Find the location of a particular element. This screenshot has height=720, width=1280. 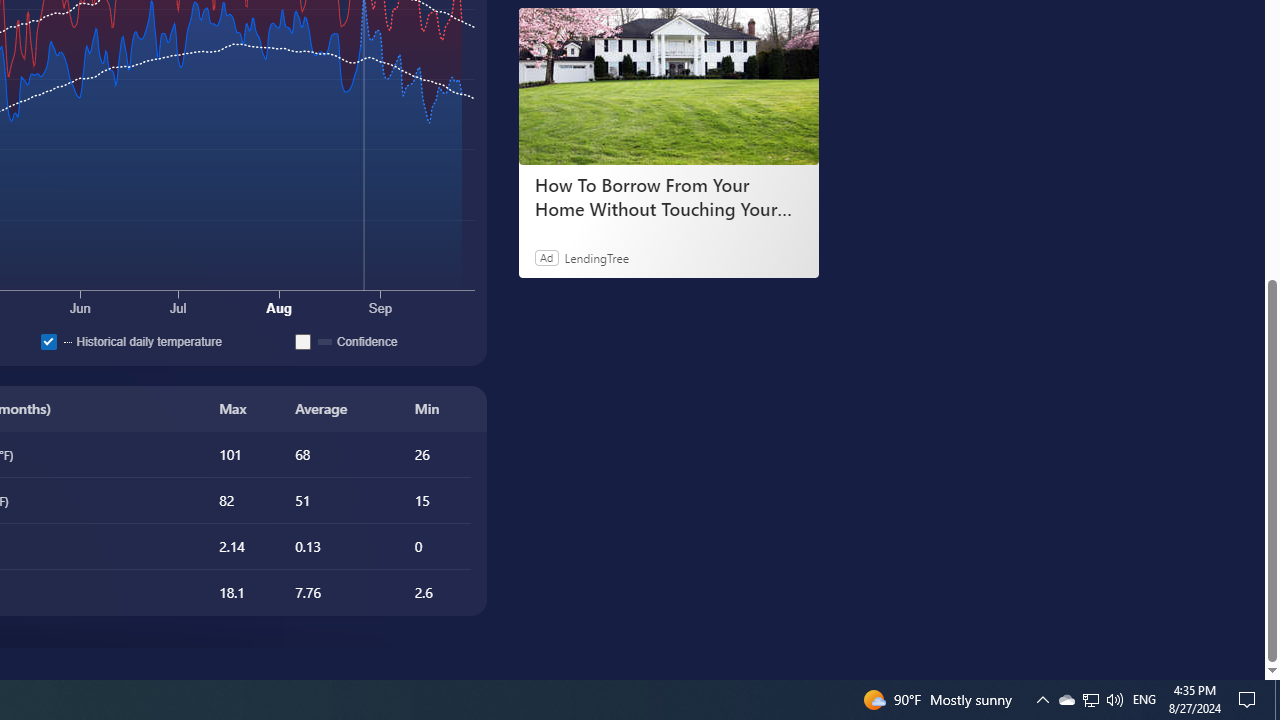

'Action Center, No new notifications' is located at coordinates (1250, 698).